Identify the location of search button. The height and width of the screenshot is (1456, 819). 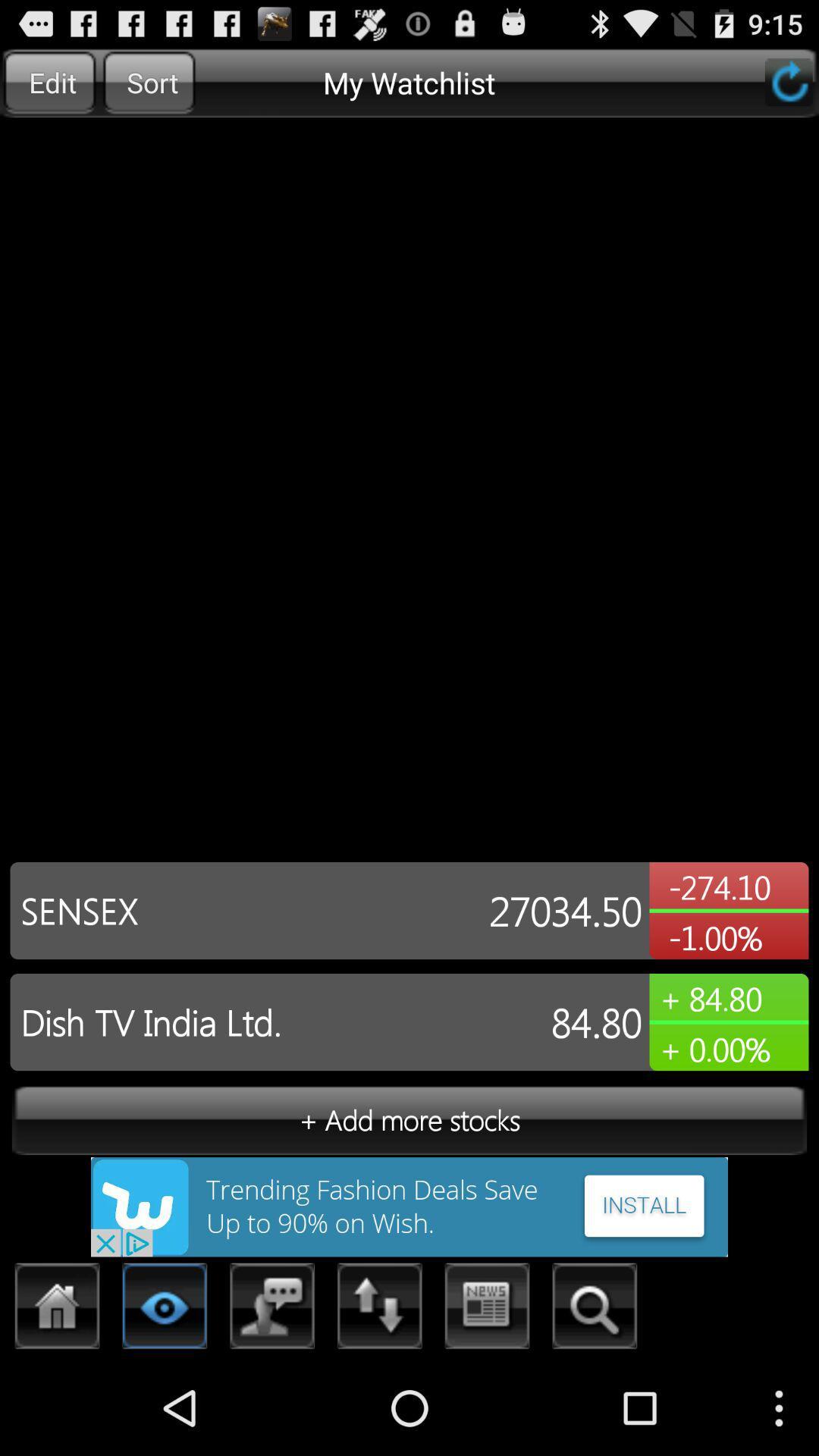
(594, 1310).